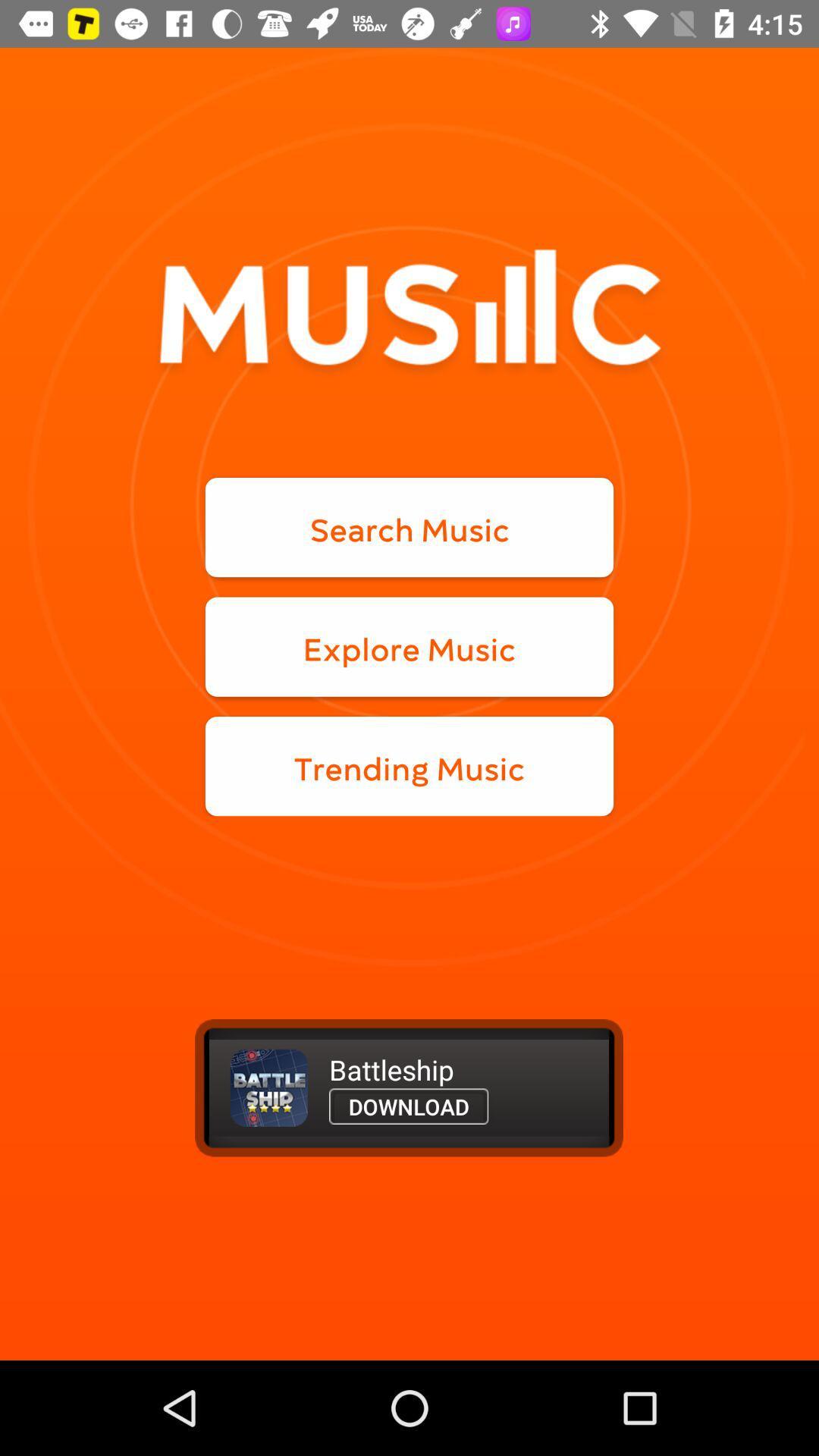  I want to click on download item, so click(408, 1106).